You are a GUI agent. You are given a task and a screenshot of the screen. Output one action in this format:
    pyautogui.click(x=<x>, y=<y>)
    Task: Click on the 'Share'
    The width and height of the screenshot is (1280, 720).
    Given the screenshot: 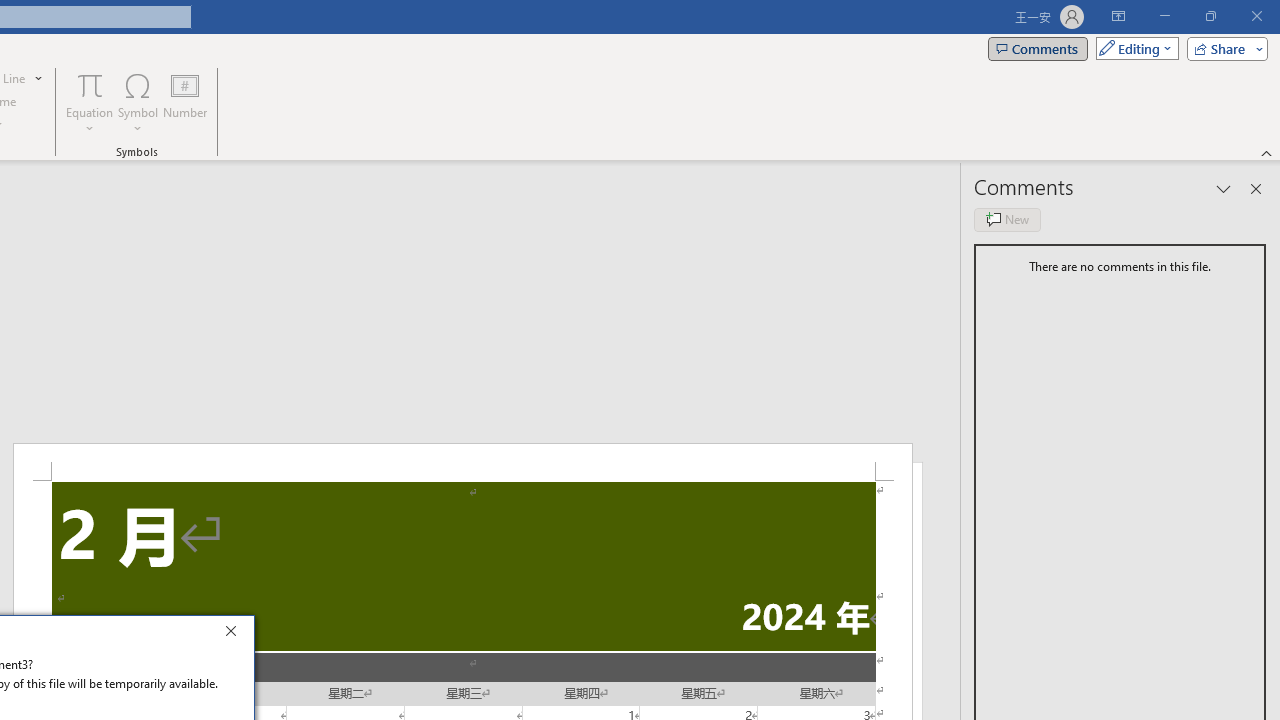 What is the action you would take?
    pyautogui.click(x=1222, y=47)
    